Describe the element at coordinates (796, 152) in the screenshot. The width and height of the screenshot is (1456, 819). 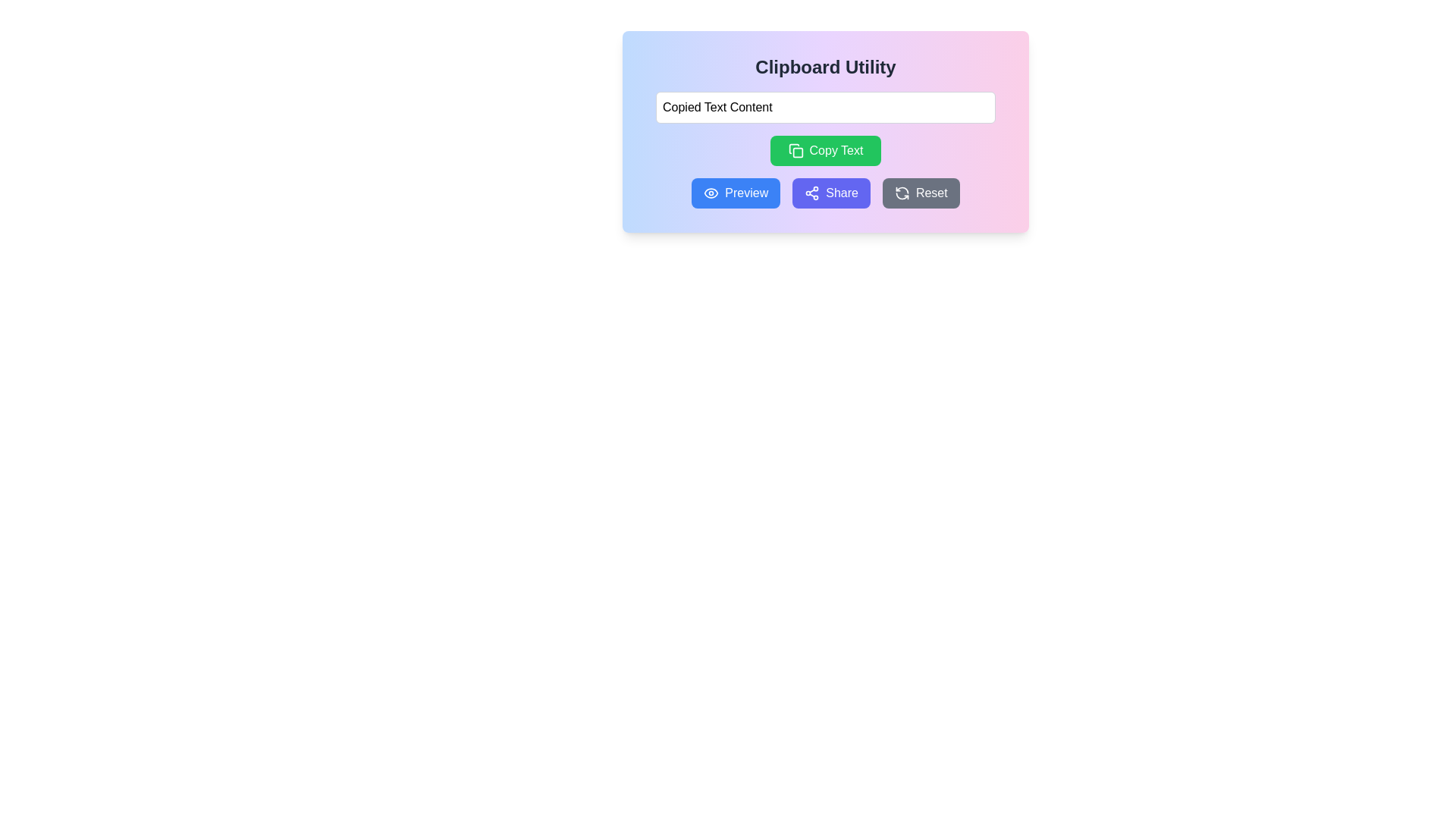
I see `the graphical icon component that is part of the 'Copy Text' button, which is represented as a rectangle in the SVG structure` at that location.